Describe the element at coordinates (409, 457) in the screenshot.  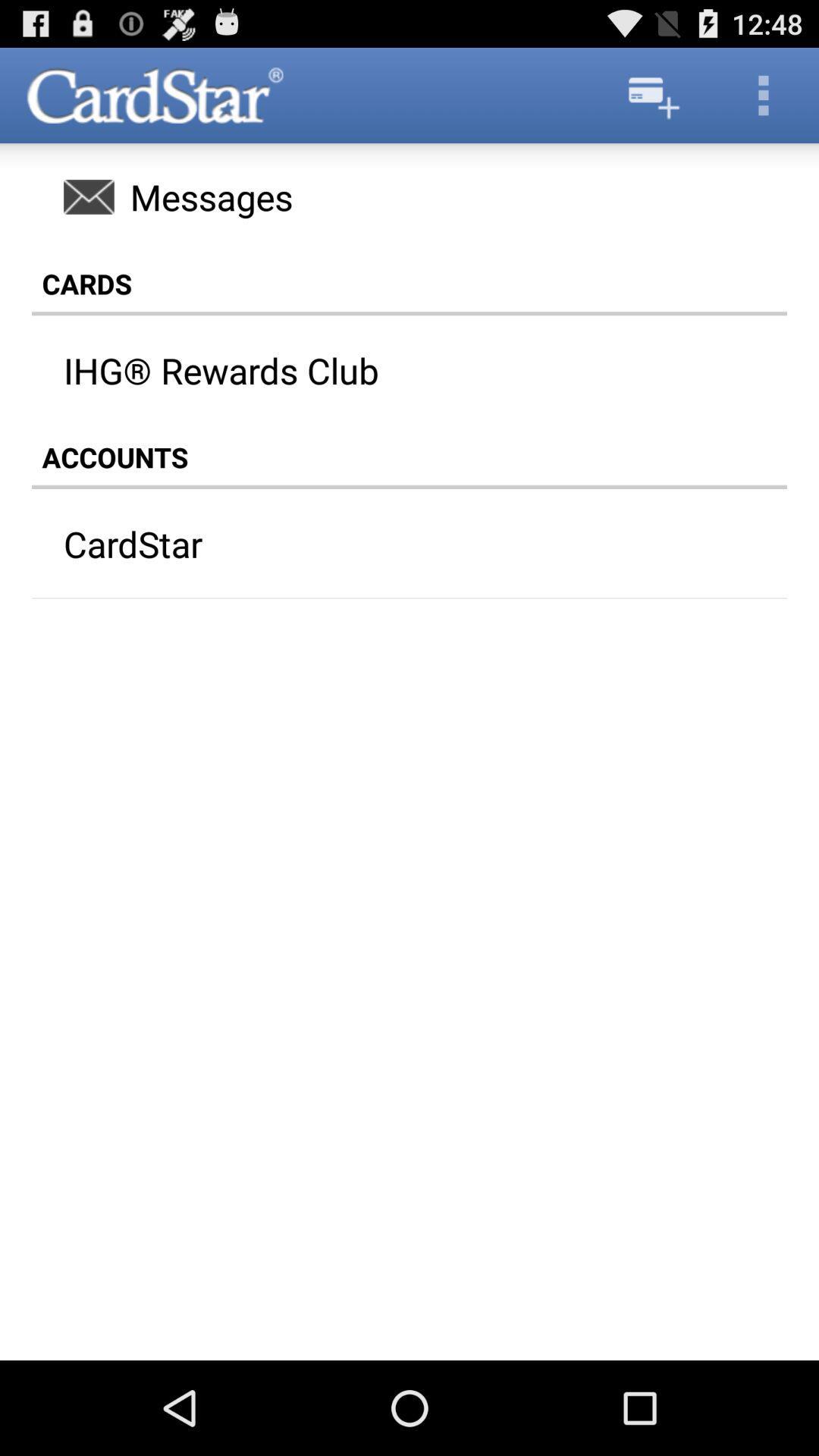
I see `the app above cardstar icon` at that location.